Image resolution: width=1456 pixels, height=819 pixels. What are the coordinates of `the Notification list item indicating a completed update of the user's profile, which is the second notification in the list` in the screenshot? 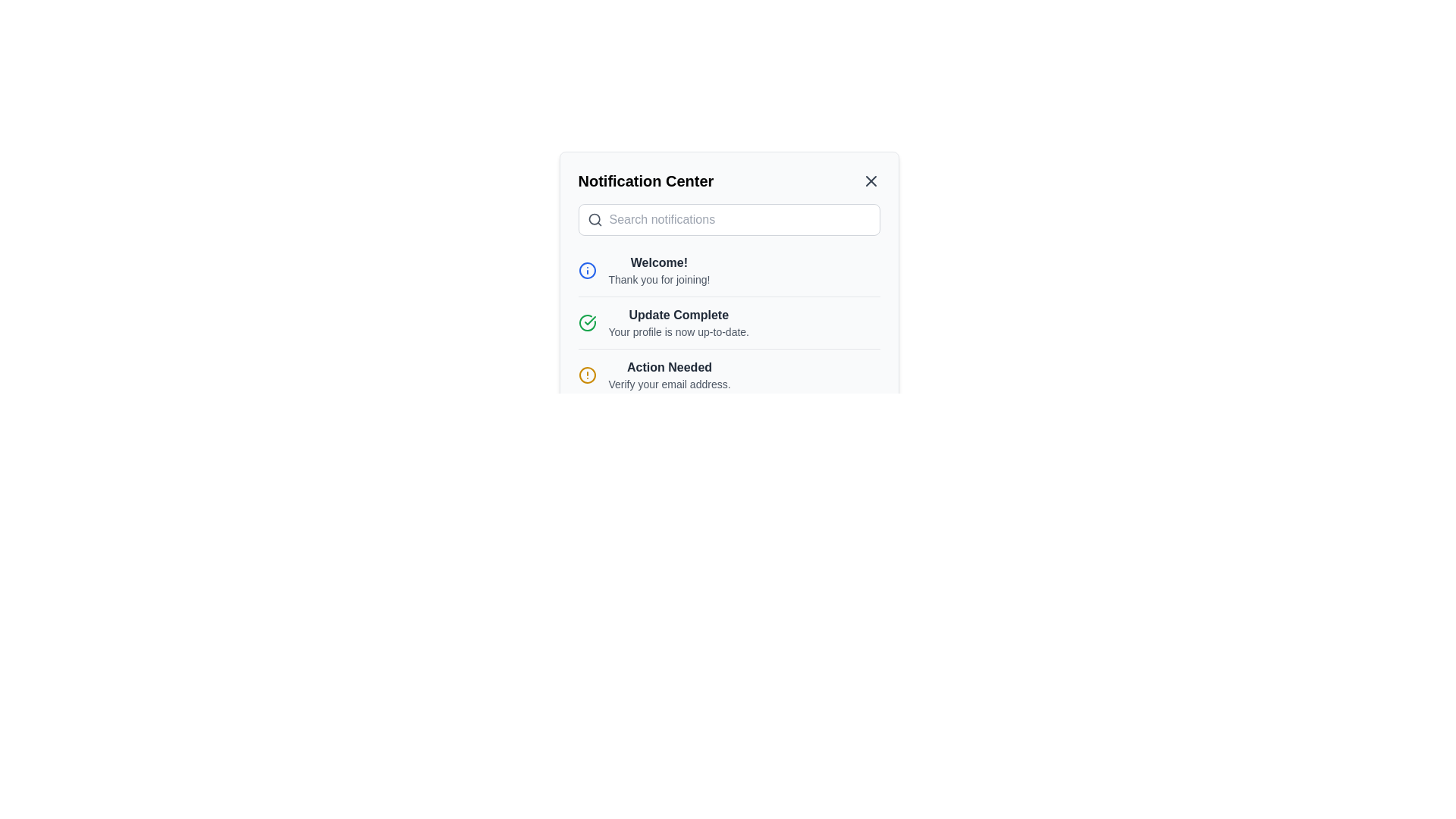 It's located at (729, 349).